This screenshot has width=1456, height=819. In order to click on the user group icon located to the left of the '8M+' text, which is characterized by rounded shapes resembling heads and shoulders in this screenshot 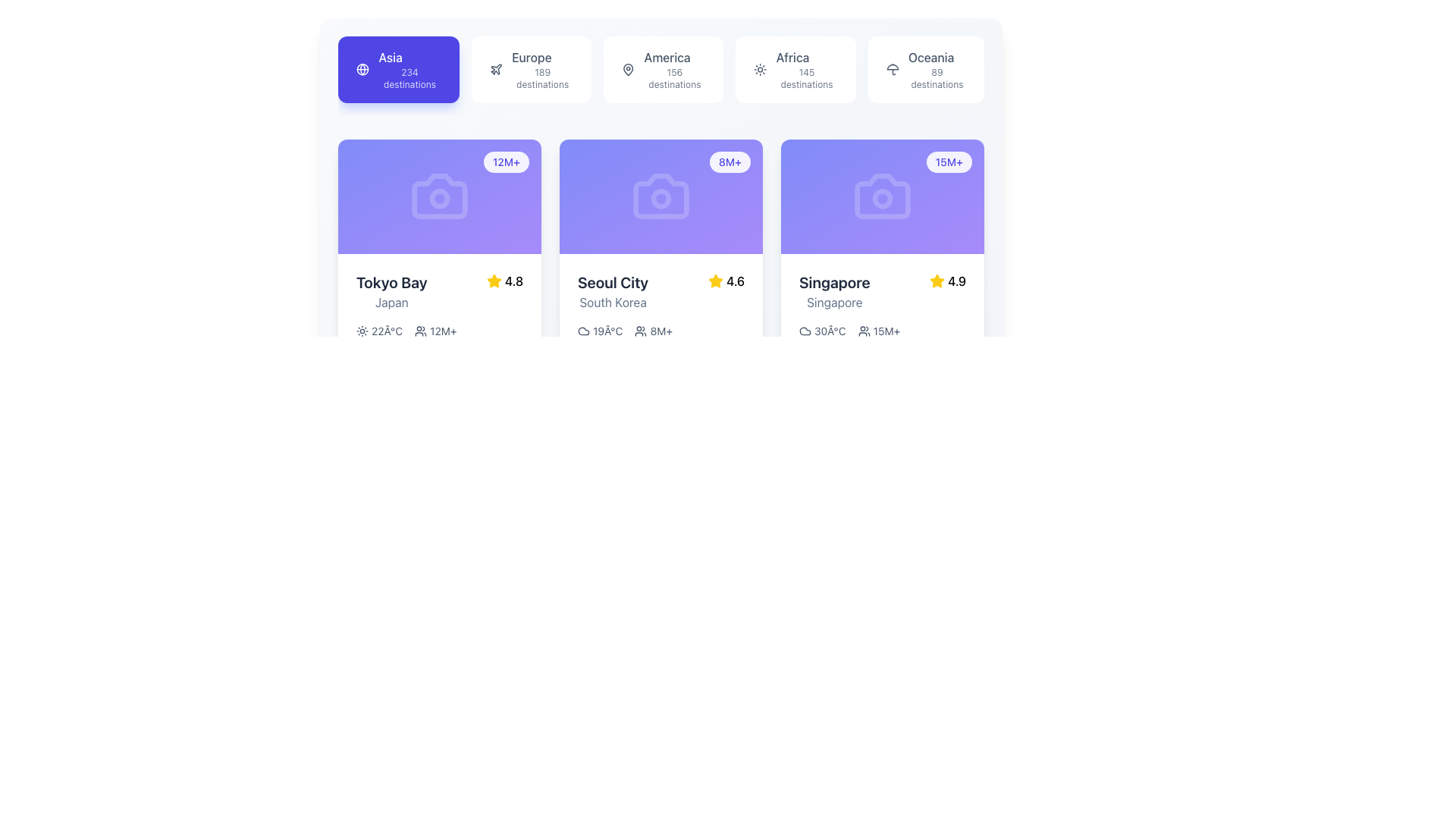, I will do `click(641, 330)`.